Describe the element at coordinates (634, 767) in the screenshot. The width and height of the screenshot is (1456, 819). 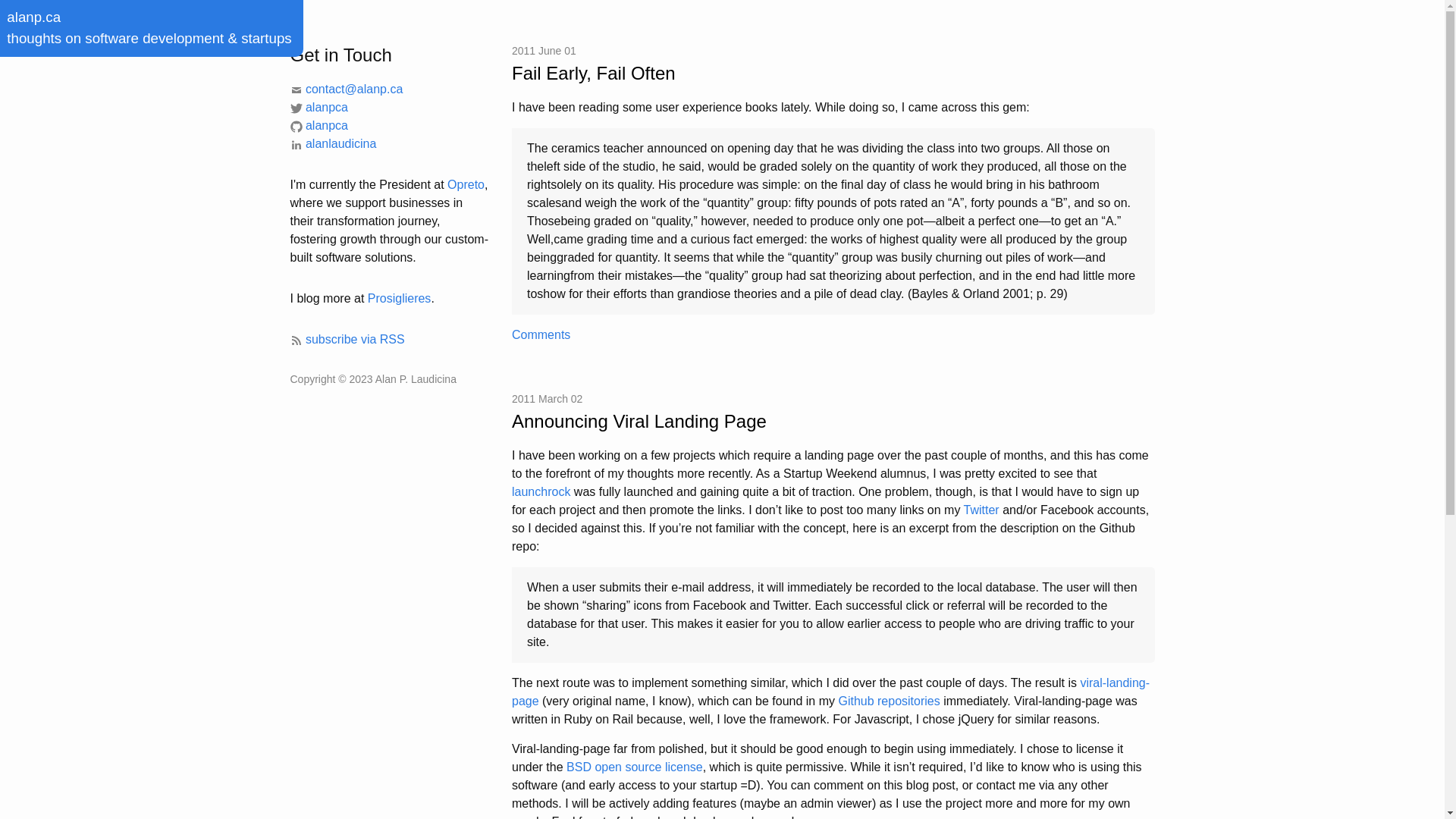
I see `'BSD open source license'` at that location.